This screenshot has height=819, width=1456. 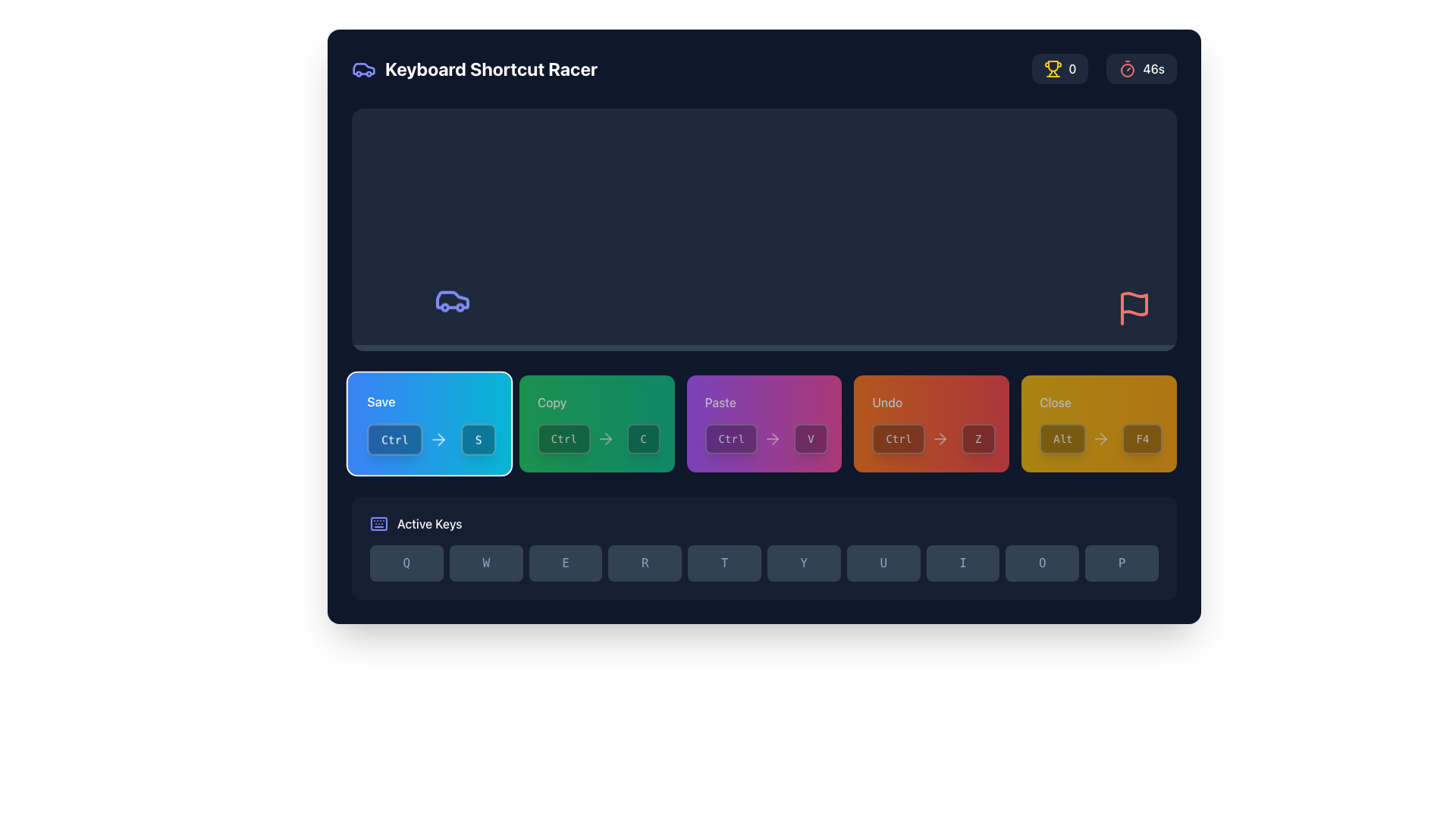 I want to click on the text label displaying 'Paste', which is styled in bold white font on a purple background, located in the bottom section of the interface as the third item in a row of buttons, so click(x=720, y=402).